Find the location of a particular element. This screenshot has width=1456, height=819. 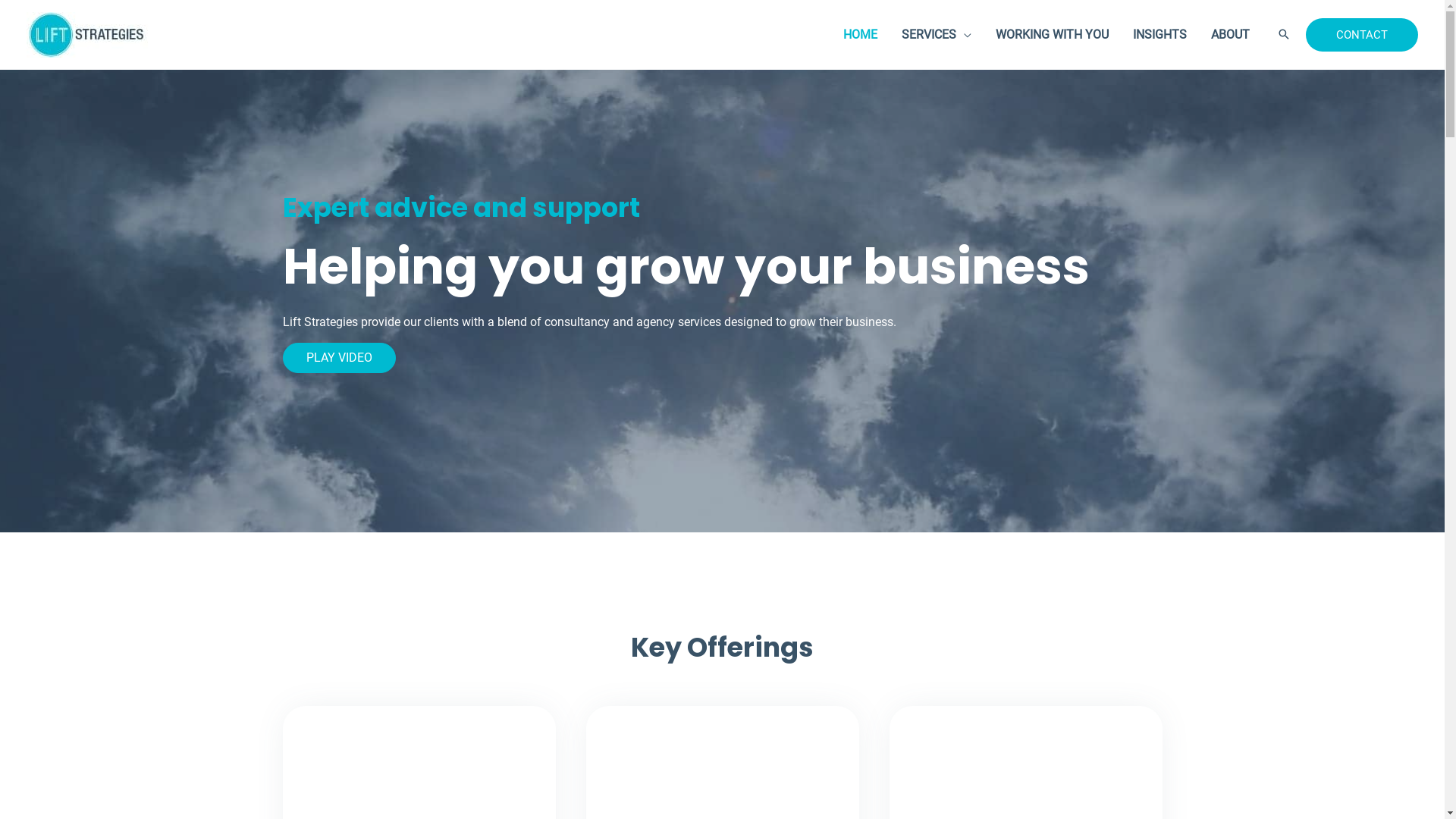

'ABOUT' is located at coordinates (1230, 34).